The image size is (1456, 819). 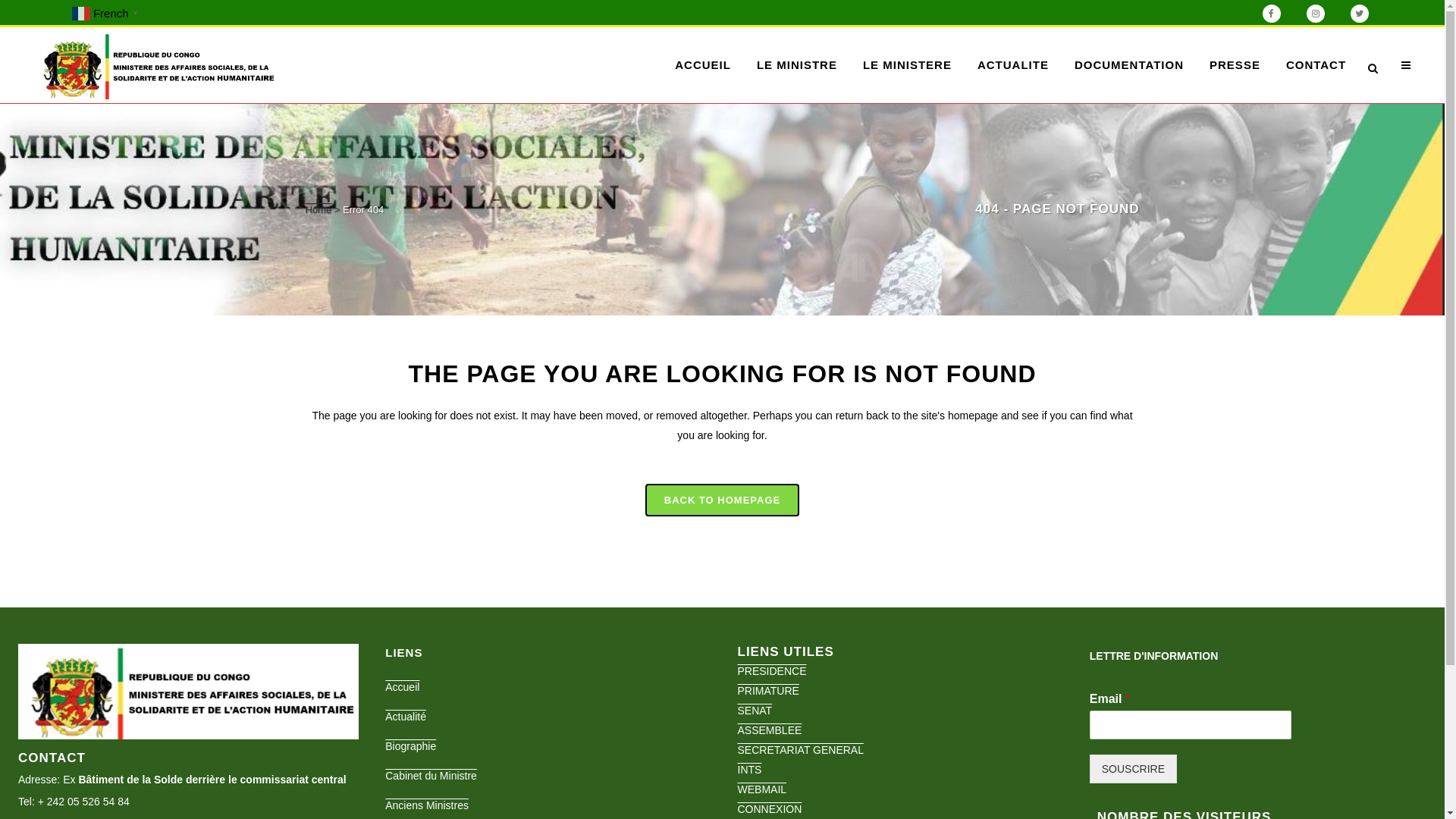 I want to click on 'INTS', so click(x=749, y=769).